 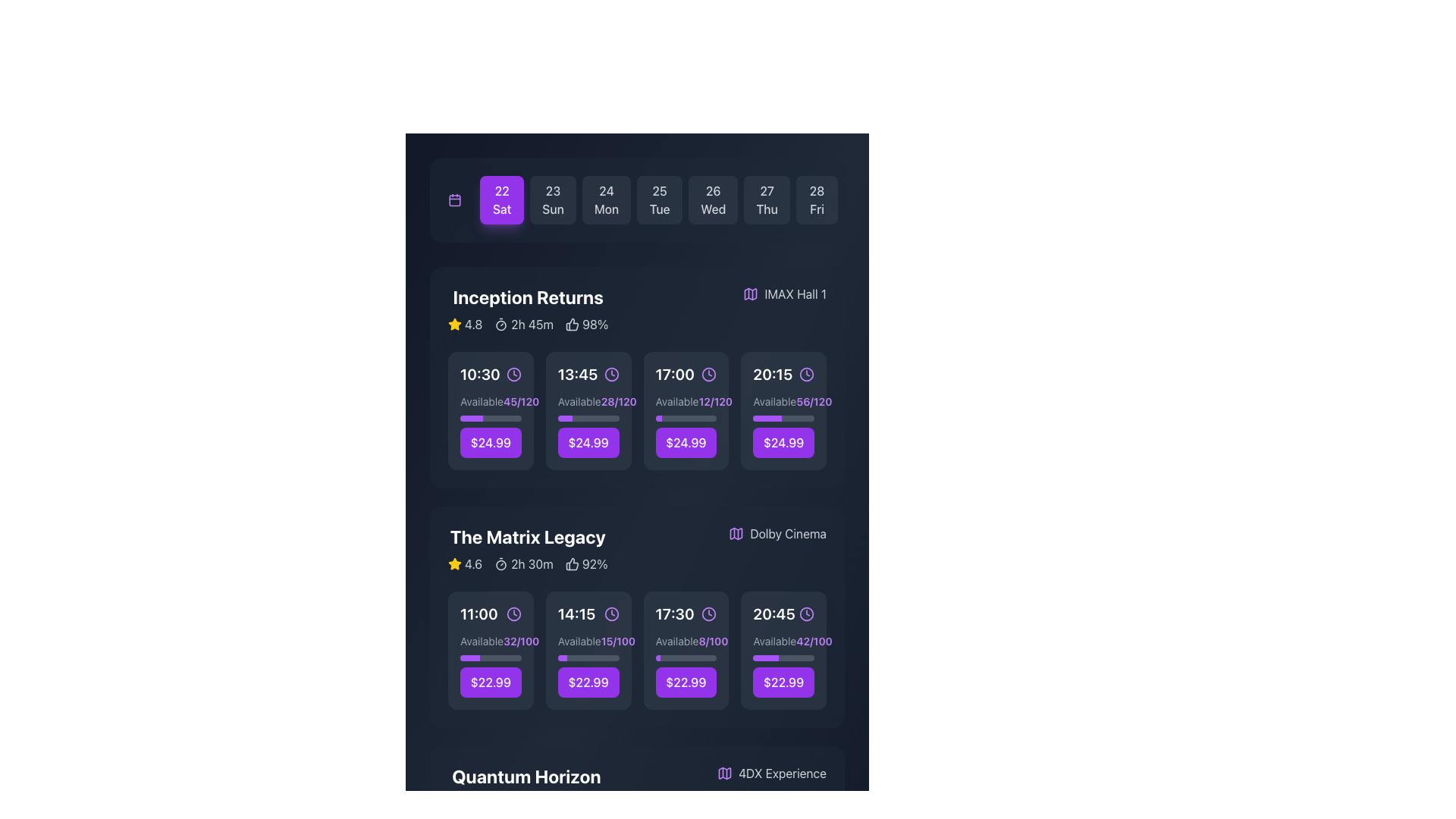 I want to click on the star icon in the Composite text block for 'The Matrix Legacy' movie details, so click(x=528, y=564).